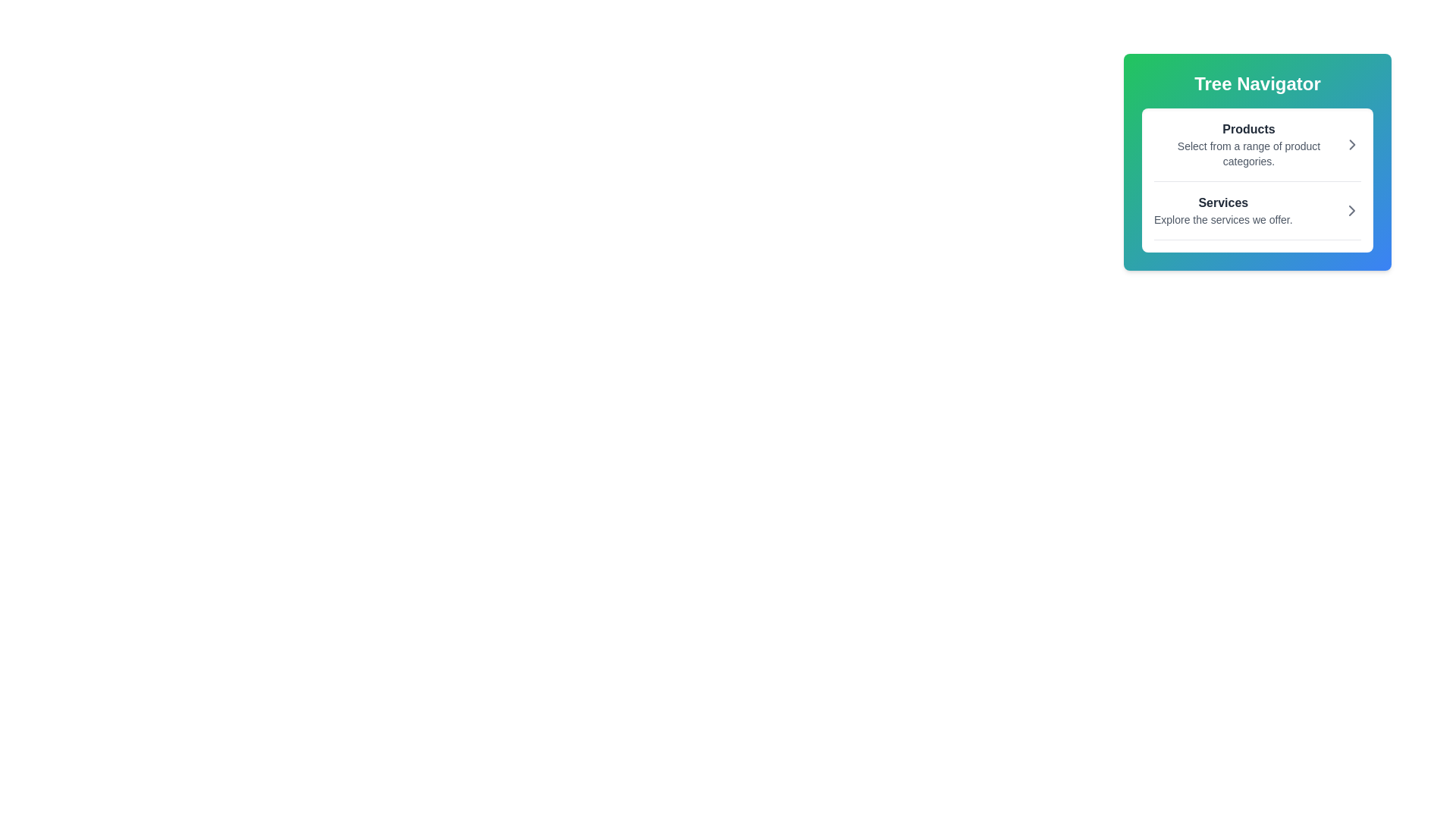 The width and height of the screenshot is (1456, 819). Describe the element at coordinates (1257, 145) in the screenshot. I see `the first navigational link in the 'Tree Navigator' box` at that location.